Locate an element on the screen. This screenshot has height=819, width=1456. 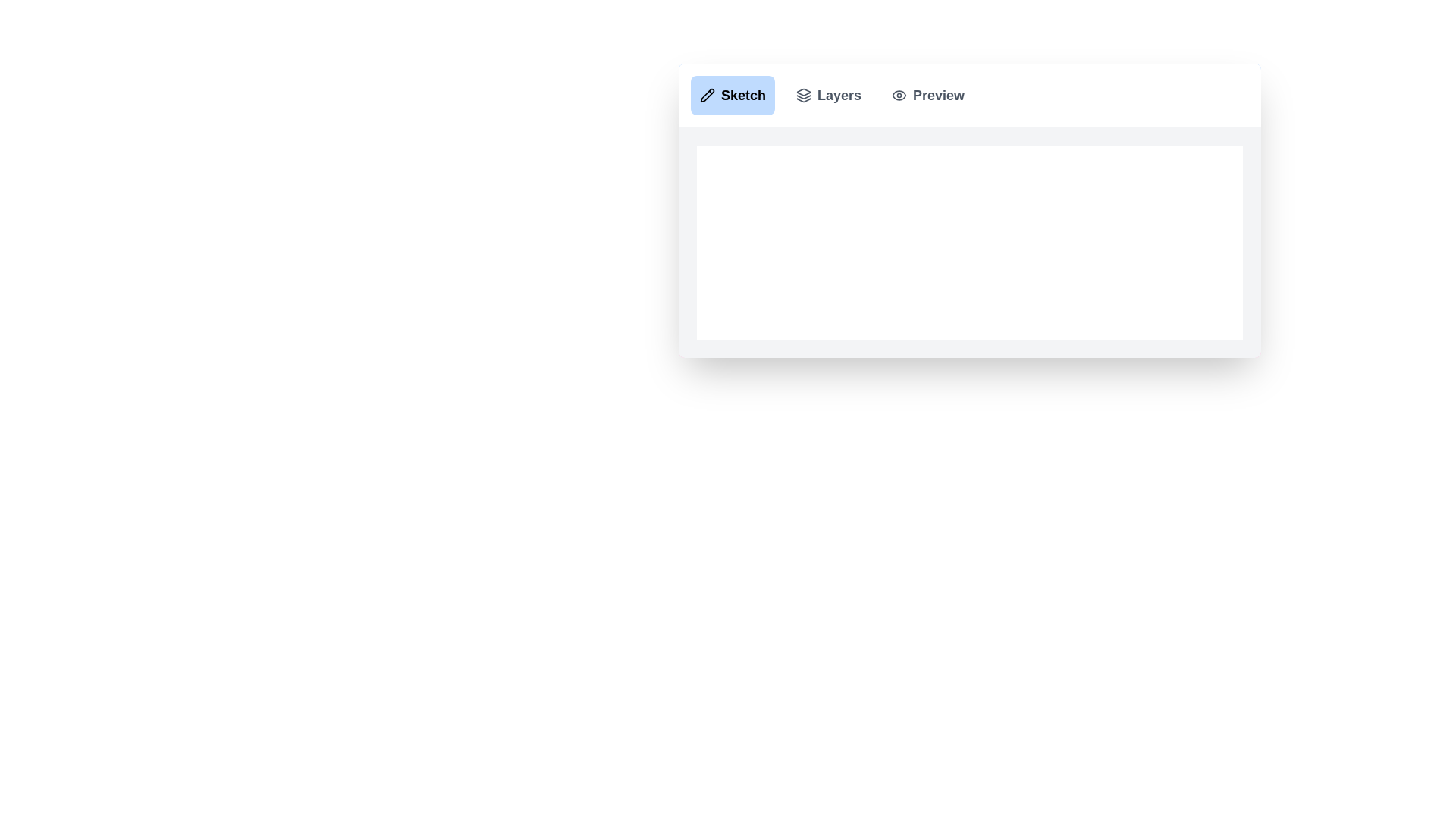
the canvas area in the 'Sketch' tab is located at coordinates (968, 242).